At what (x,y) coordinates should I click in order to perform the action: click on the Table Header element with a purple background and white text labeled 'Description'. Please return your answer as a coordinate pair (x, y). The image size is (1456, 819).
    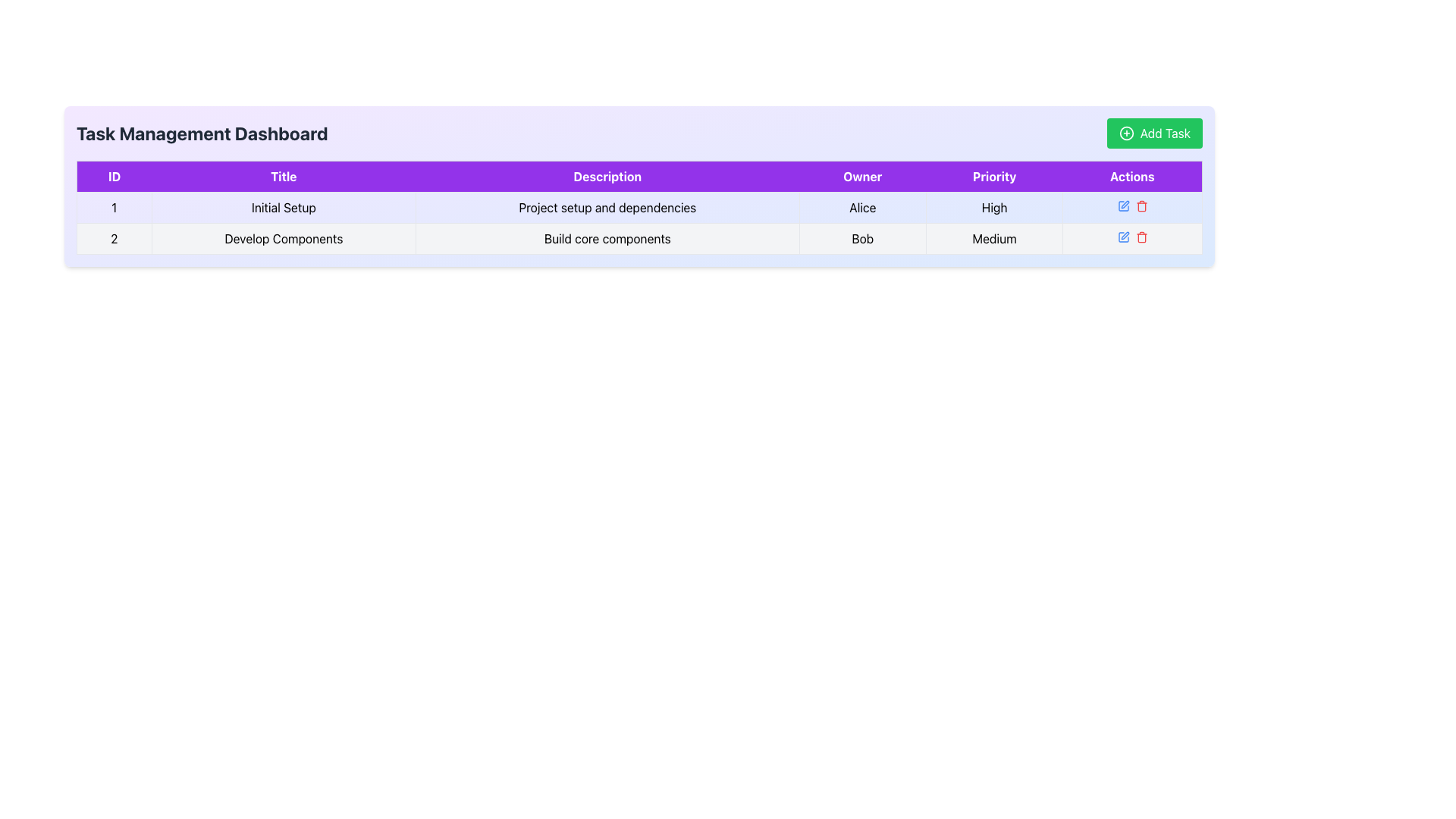
    Looking at the image, I should click on (607, 175).